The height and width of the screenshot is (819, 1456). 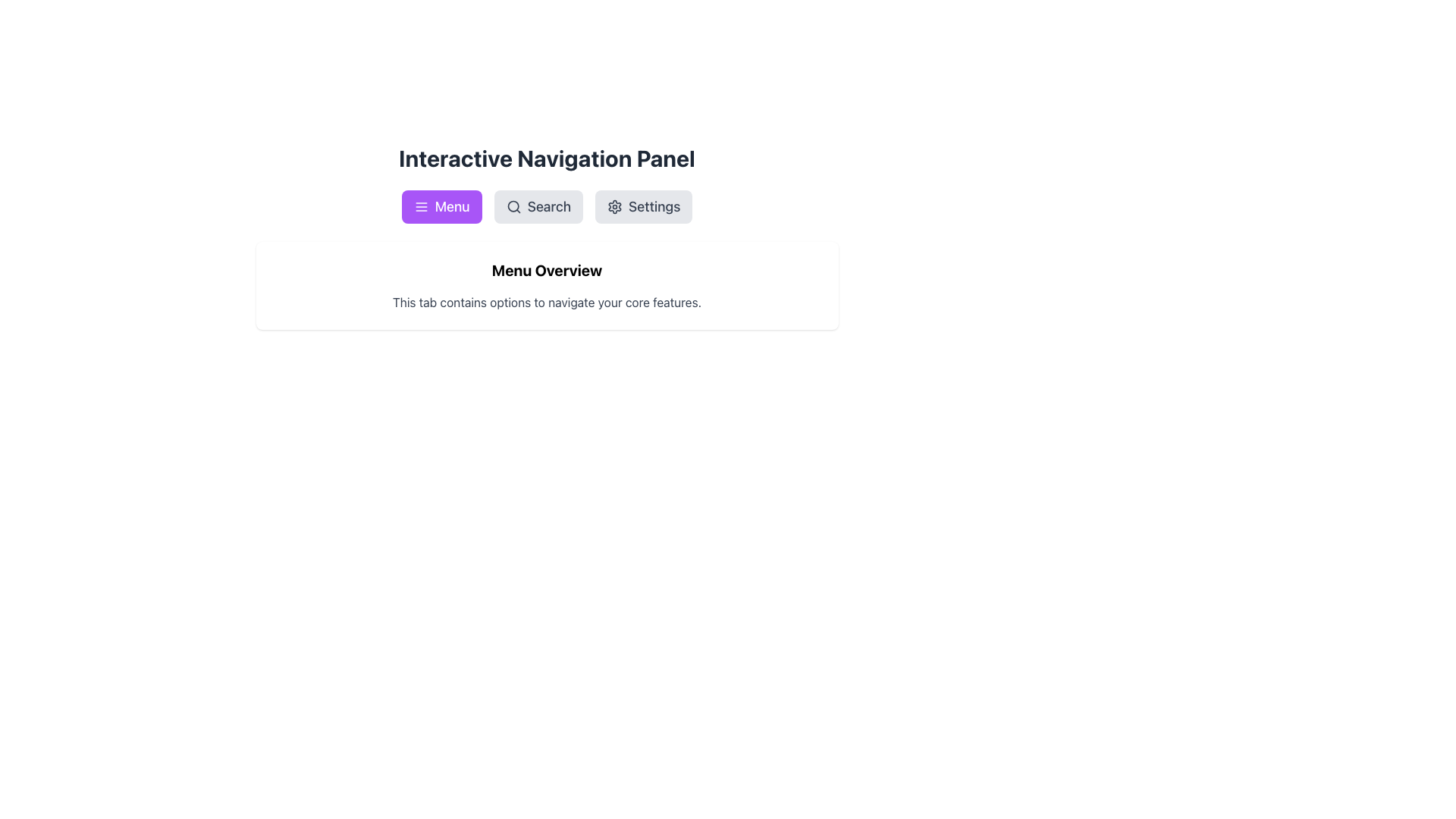 I want to click on the gear icon representing the settings option, which is located inside the button labeled 'Settings' on the rightmost side of the horizontal menu bar, so click(x=615, y=207).